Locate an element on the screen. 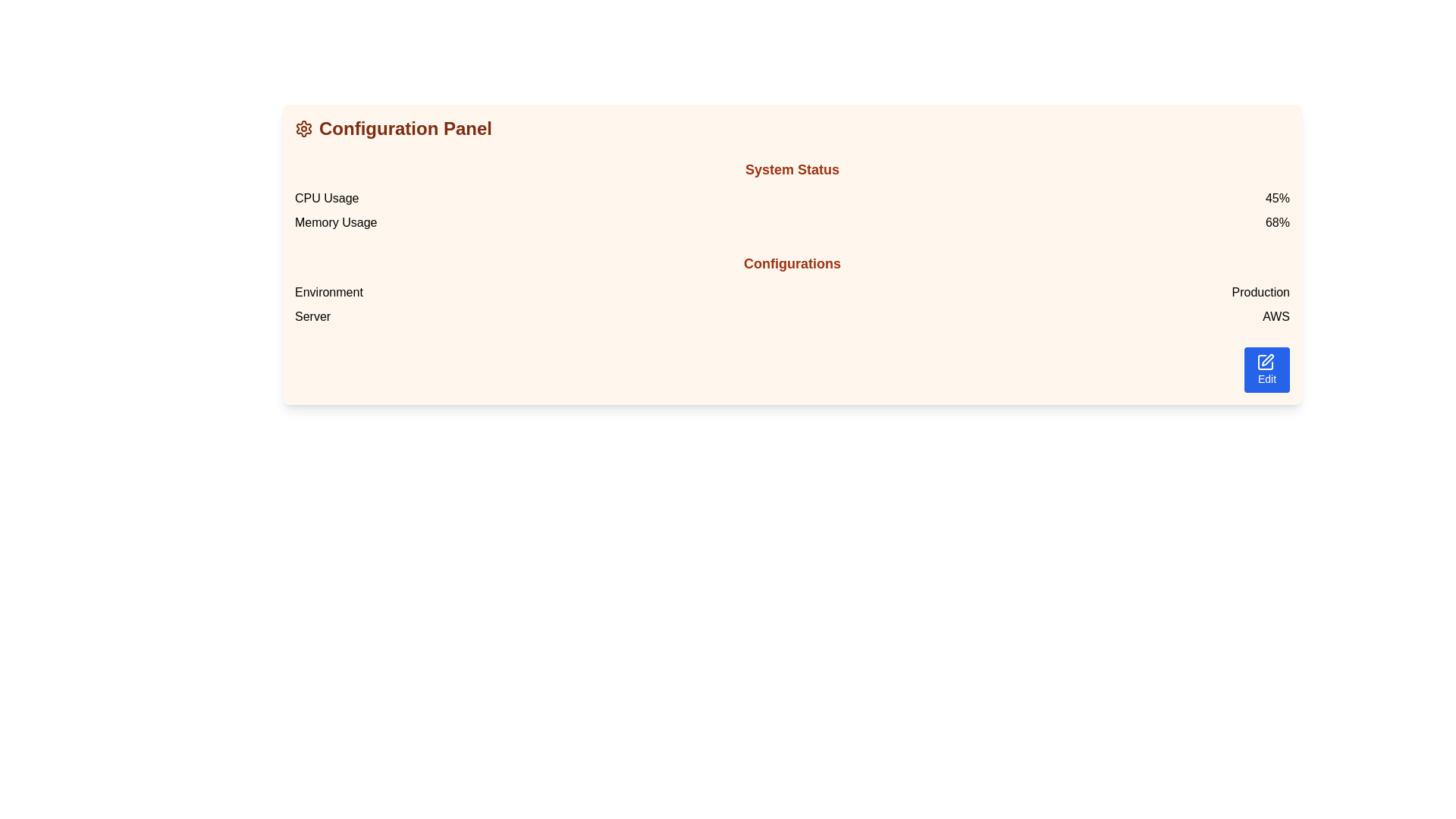 Image resolution: width=1456 pixels, height=819 pixels. the text label displaying 'AWS' in bold black uppercase letters at the bottom right of the configuration panel is located at coordinates (1276, 315).